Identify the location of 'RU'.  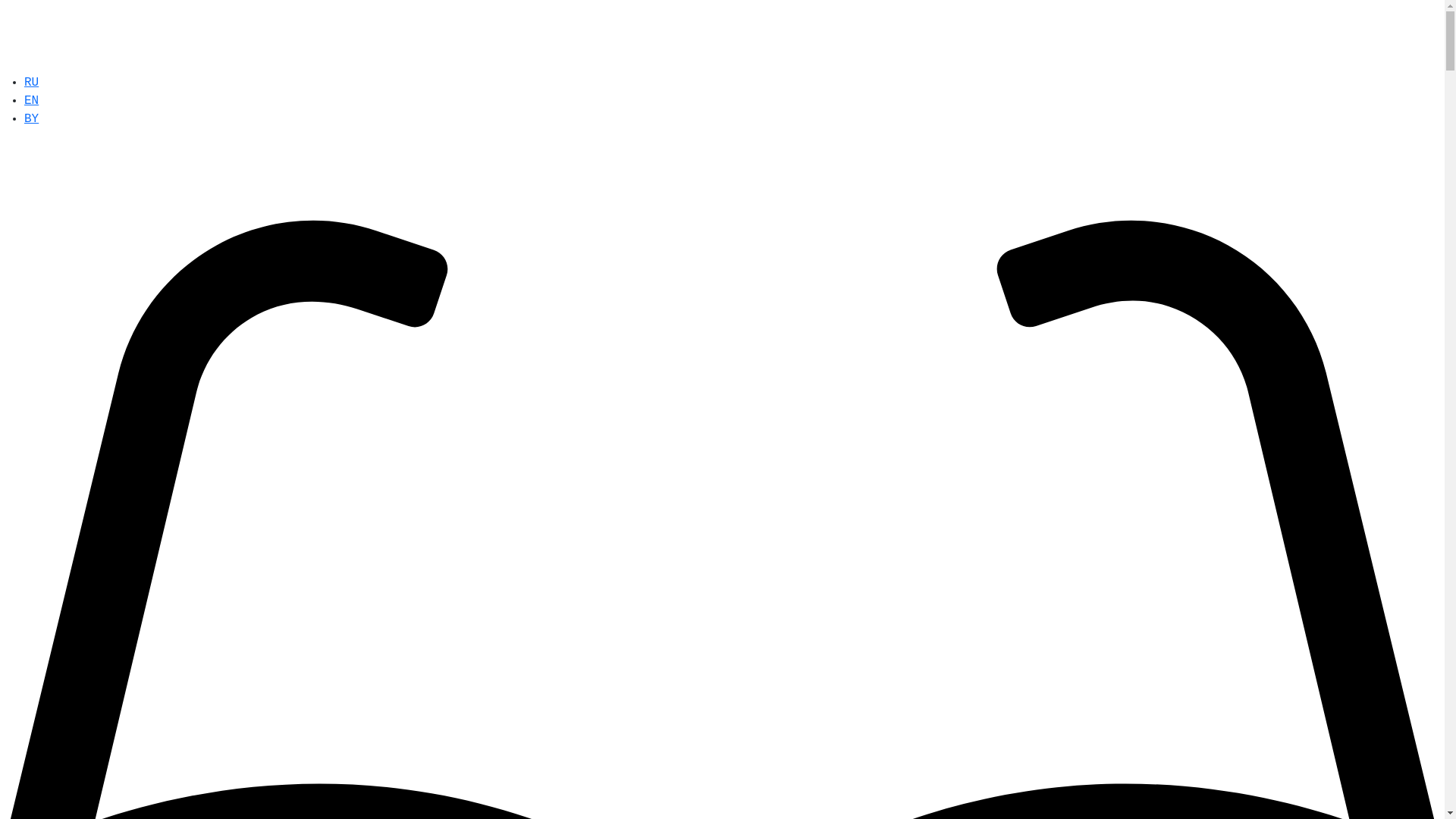
(24, 82).